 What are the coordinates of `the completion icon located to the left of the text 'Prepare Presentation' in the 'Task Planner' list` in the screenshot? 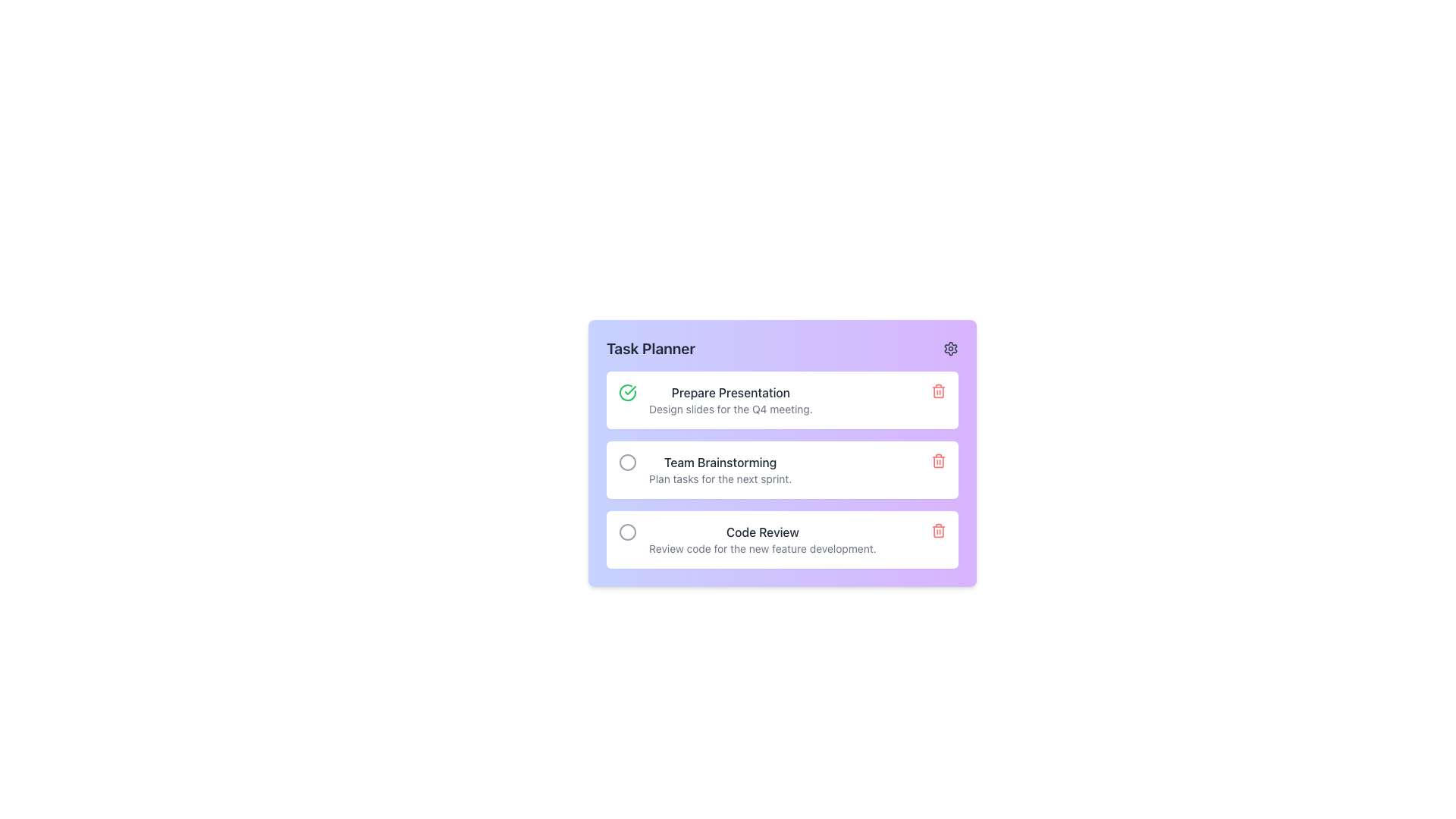 It's located at (628, 391).